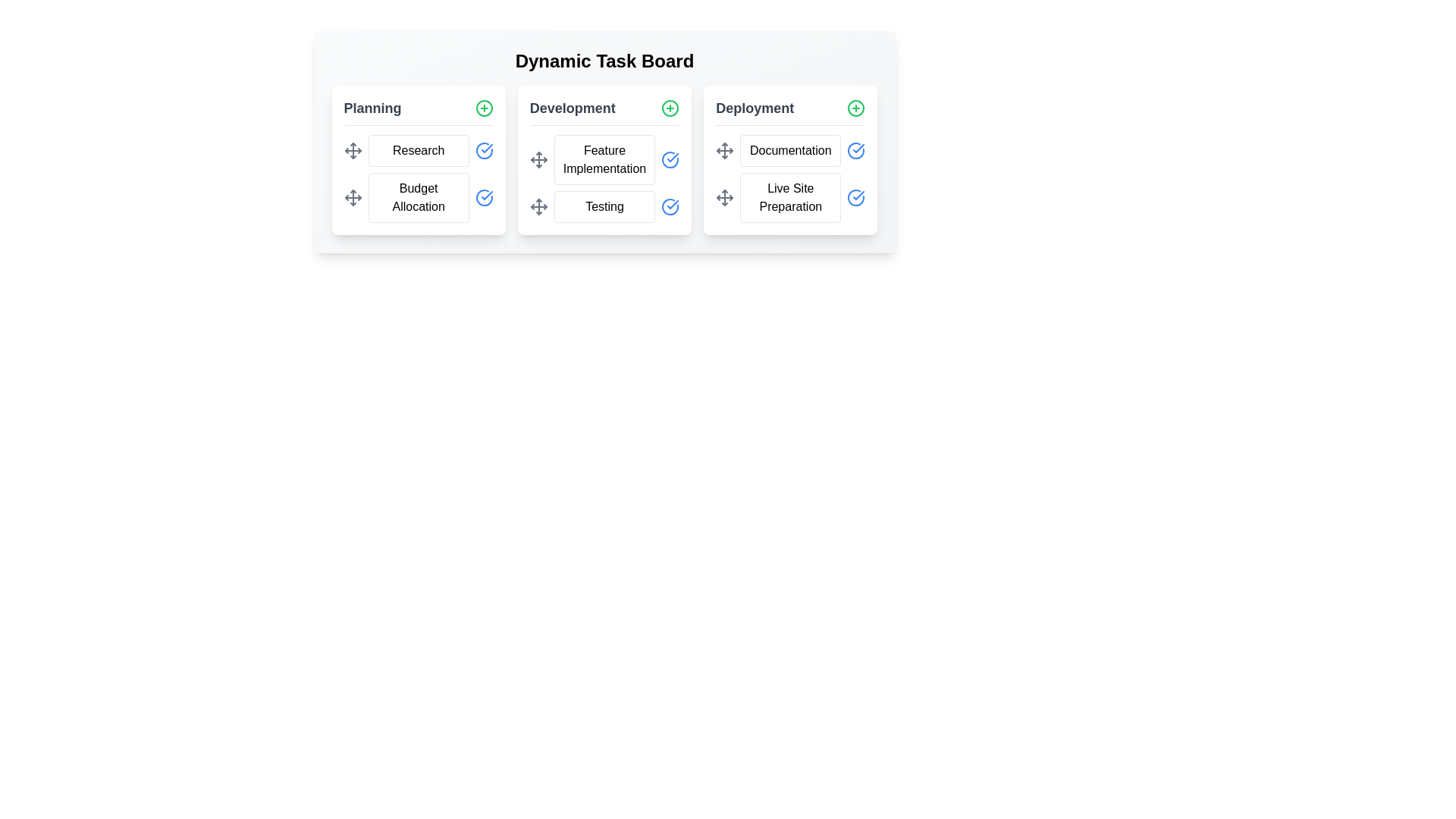  Describe the element at coordinates (670, 107) in the screenshot. I see `'+' button for the Development category to add a new task` at that location.